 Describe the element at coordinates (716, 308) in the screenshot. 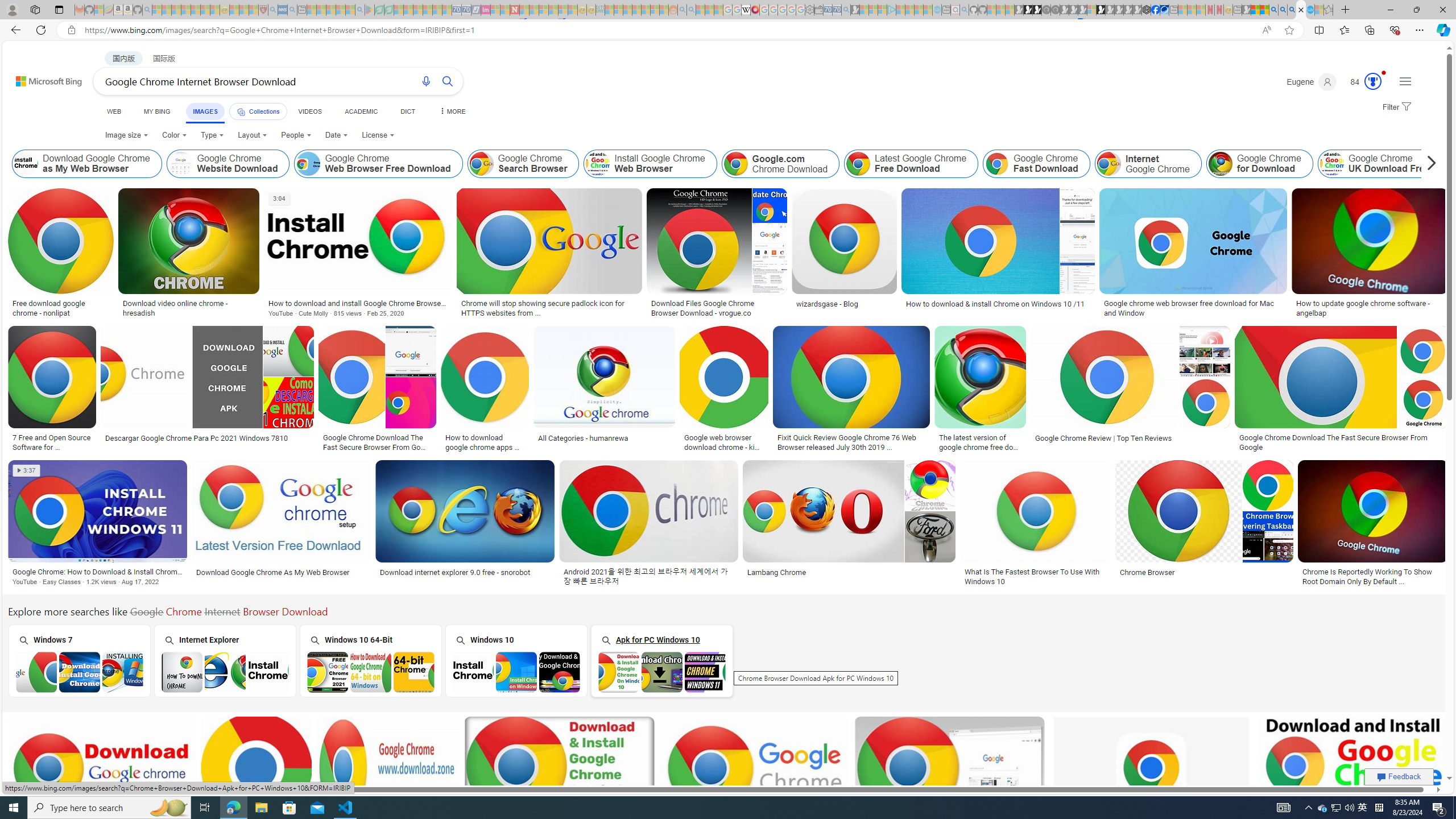

I see `'Download Files Google Chrome Browser Download - vrogue.co'` at that location.